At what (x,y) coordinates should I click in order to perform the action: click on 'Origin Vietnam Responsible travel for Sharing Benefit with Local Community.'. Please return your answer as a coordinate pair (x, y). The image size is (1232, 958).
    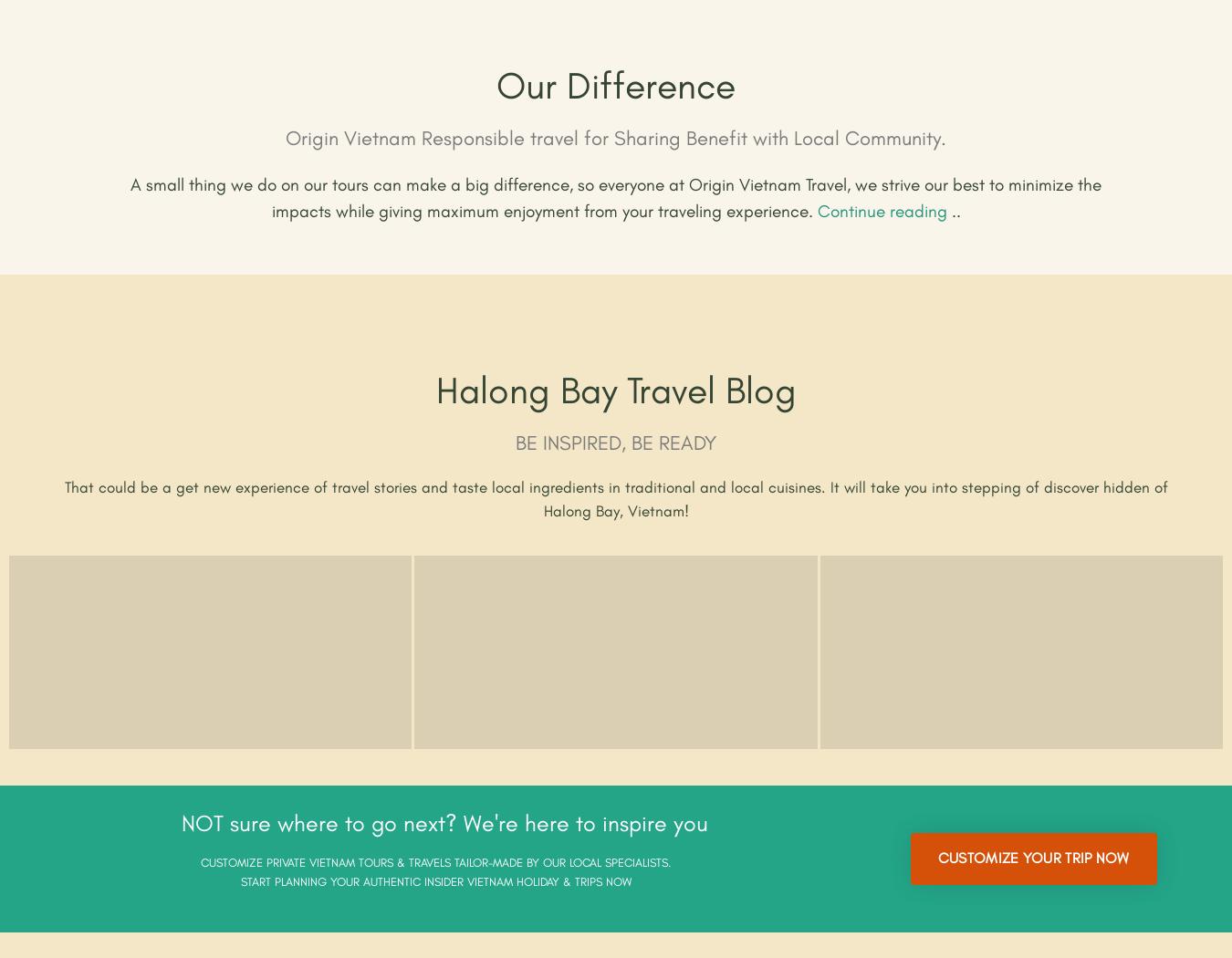
    Looking at the image, I should click on (616, 139).